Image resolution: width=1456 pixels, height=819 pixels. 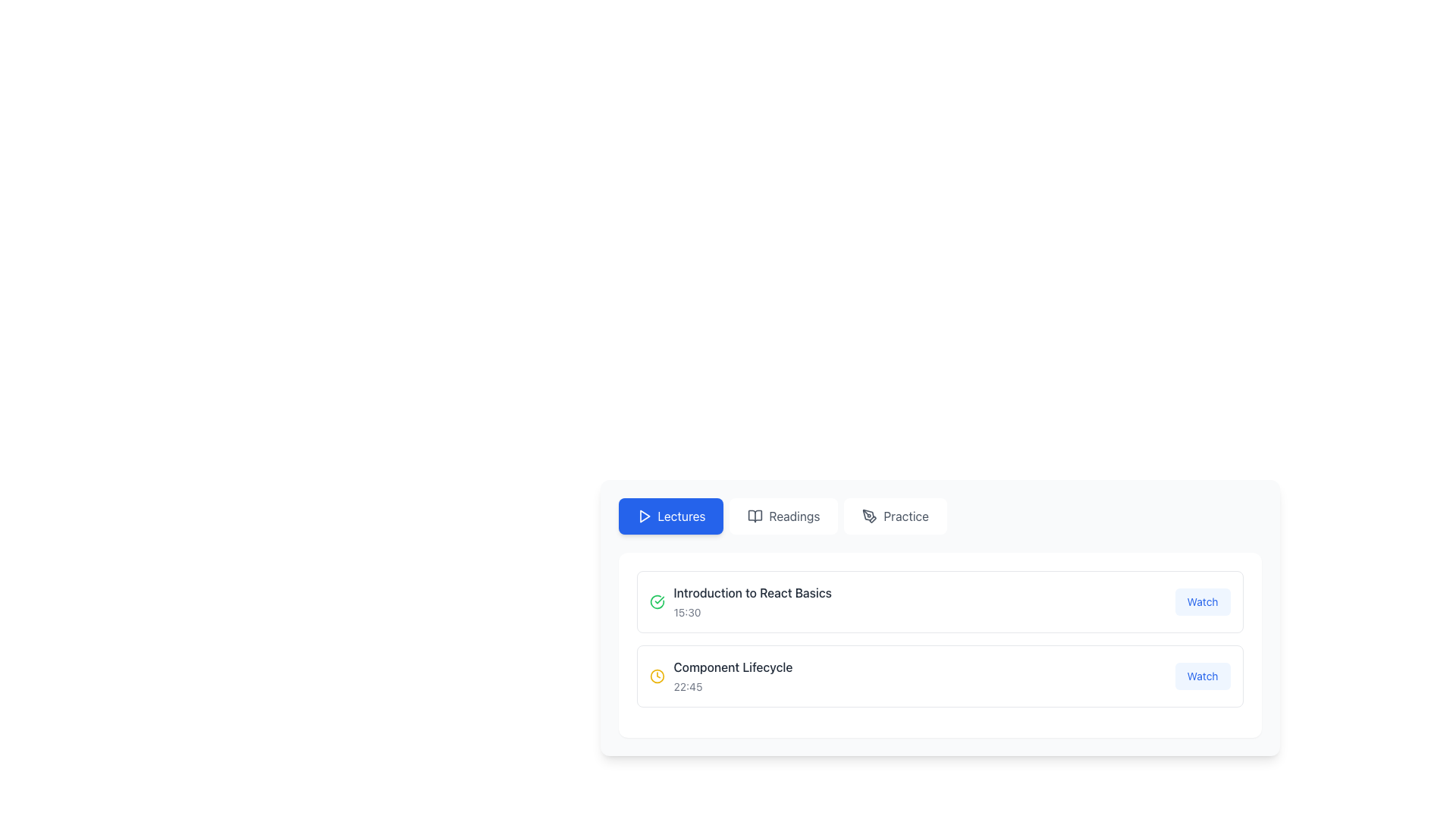 What do you see at coordinates (752, 592) in the screenshot?
I see `the Text label that serves as the title or heading for an item or topic, located at the top section of a card-like layout, above the time indicator '15:30' and alongside a green checkmark icon` at bounding box center [752, 592].